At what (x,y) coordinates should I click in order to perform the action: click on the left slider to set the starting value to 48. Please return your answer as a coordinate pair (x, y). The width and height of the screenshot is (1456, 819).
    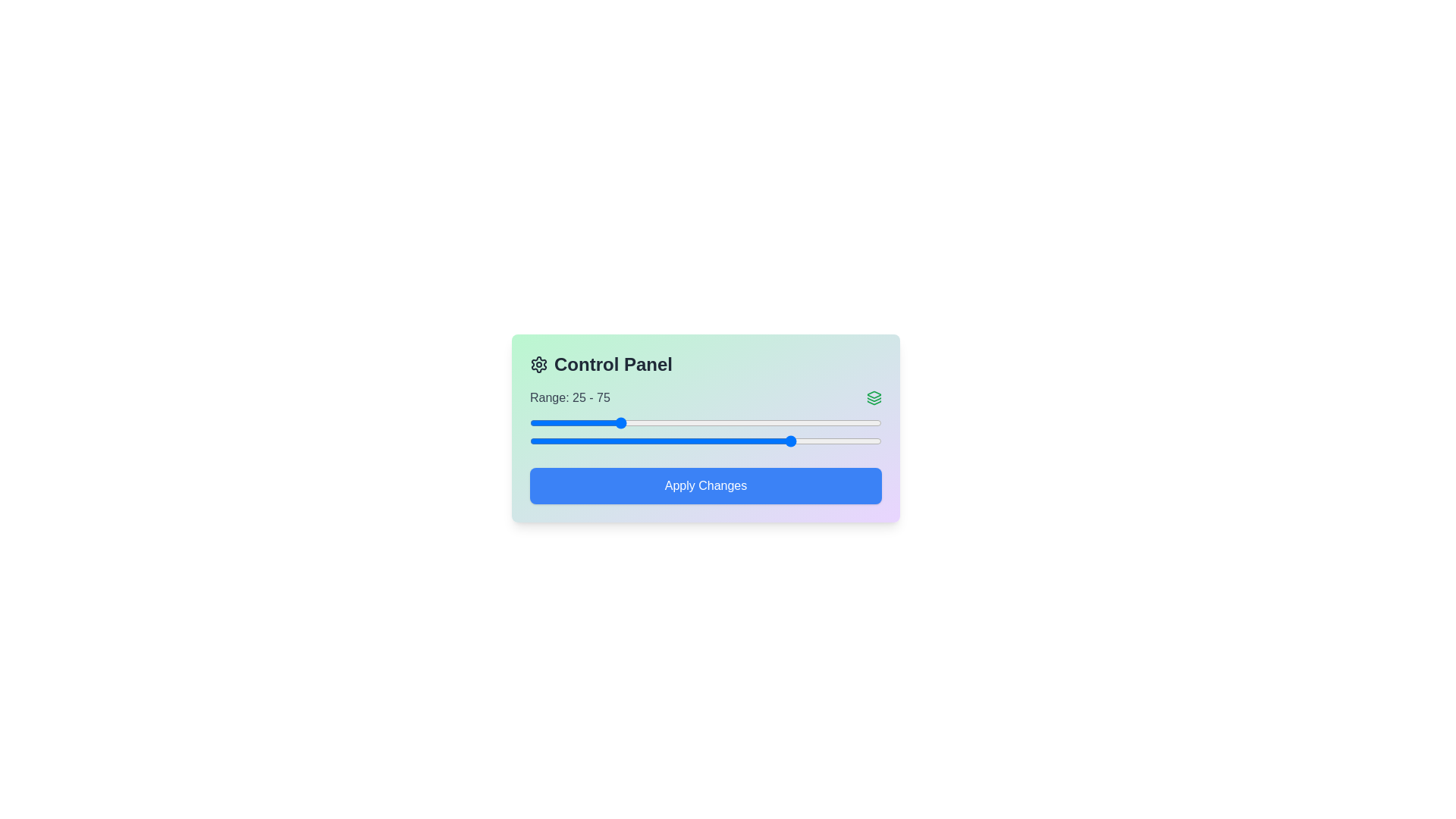
    Looking at the image, I should click on (698, 423).